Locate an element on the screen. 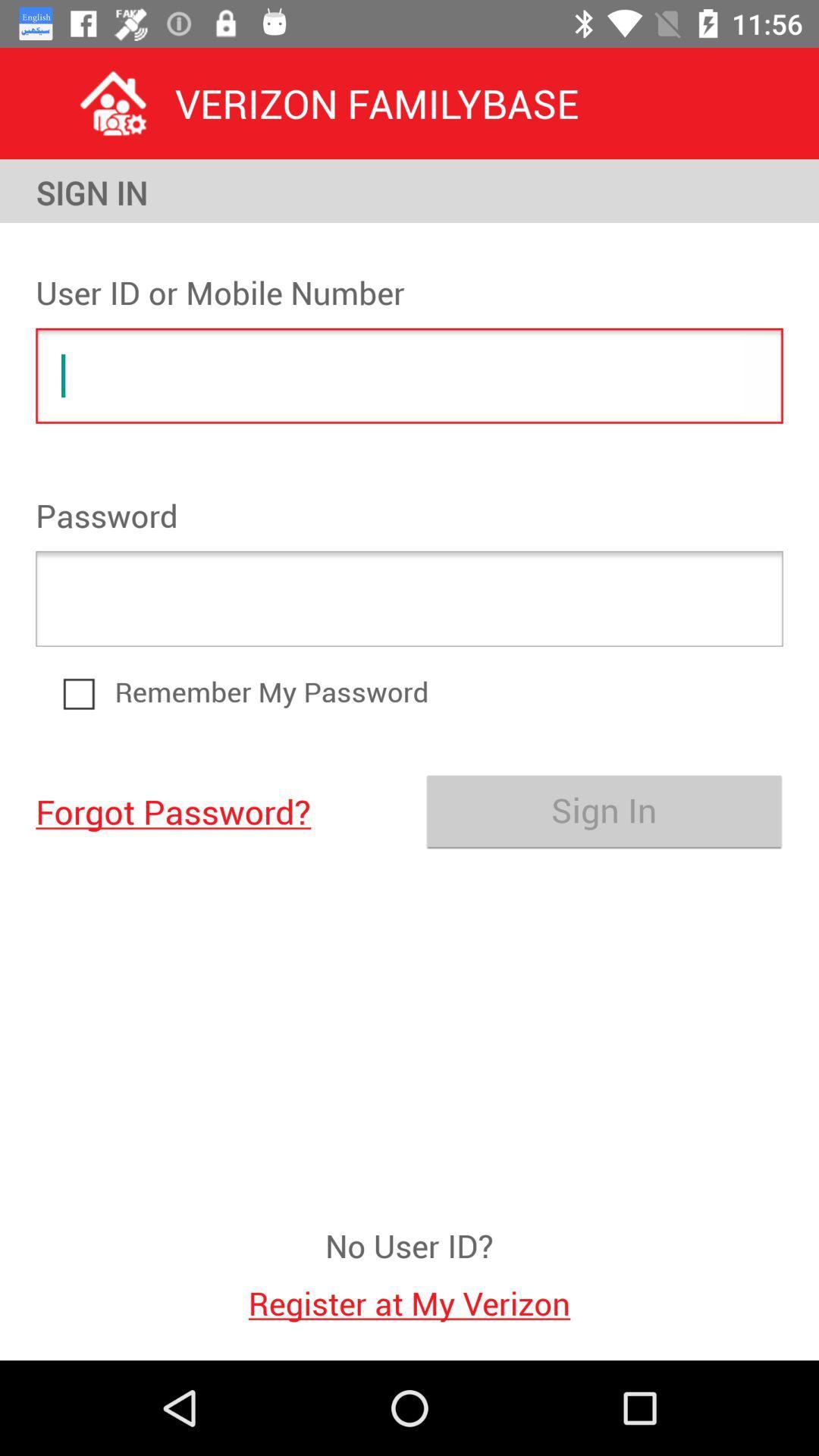  password is located at coordinates (409, 598).